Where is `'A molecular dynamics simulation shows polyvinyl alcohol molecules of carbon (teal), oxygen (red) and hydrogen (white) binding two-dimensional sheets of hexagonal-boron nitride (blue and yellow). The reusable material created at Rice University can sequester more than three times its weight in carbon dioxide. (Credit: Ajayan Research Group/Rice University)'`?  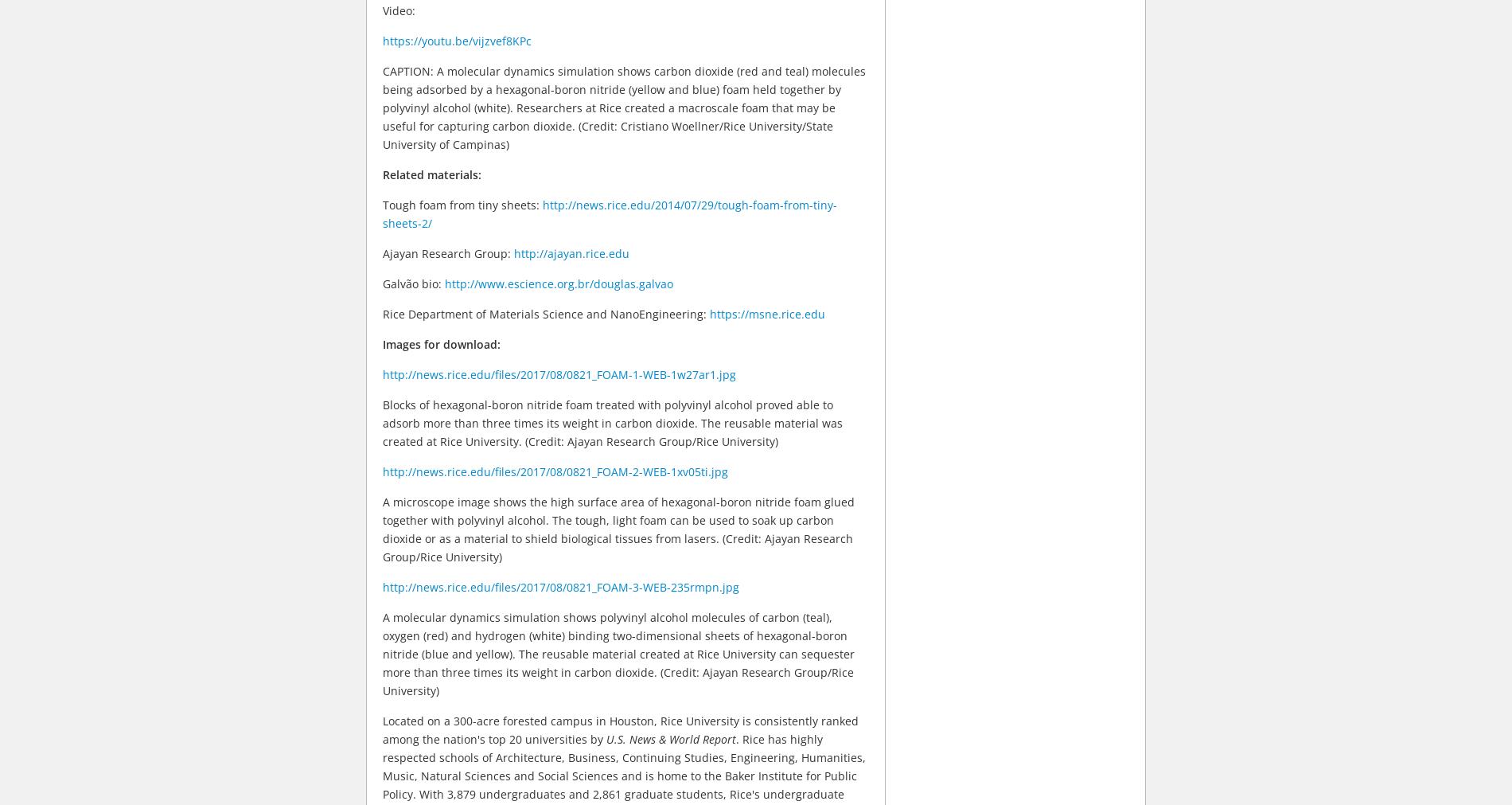
'A molecular dynamics simulation shows polyvinyl alcohol molecules of carbon (teal), oxygen (red) and hydrogen (white) binding two-dimensional sheets of hexagonal-boron nitride (blue and yellow). The reusable material created at Rice University can sequester more than three times its weight in carbon dioxide. (Credit: Ajayan Research Group/Rice University)' is located at coordinates (618, 652).